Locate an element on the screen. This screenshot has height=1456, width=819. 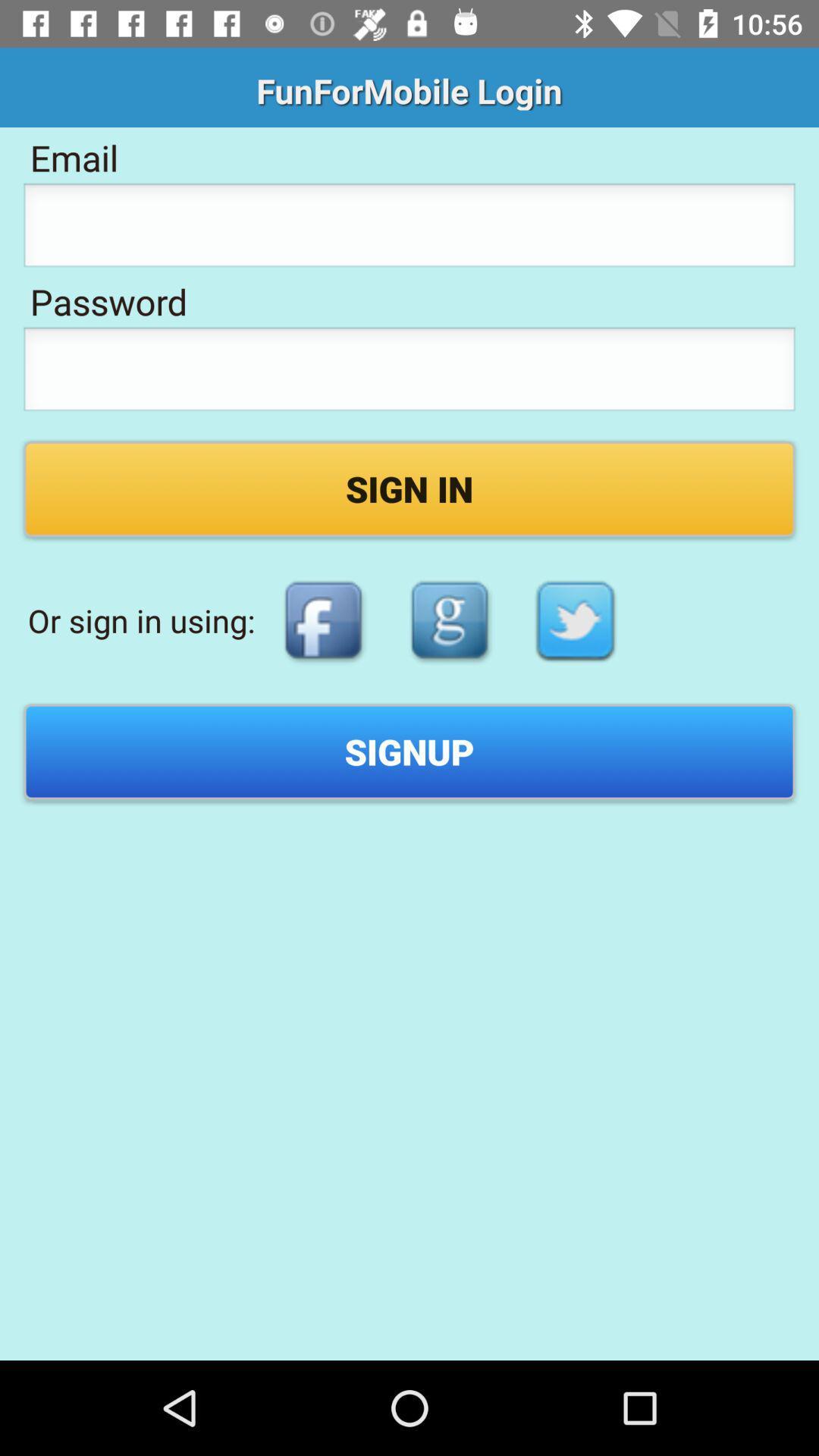
the follow icon is located at coordinates (449, 620).